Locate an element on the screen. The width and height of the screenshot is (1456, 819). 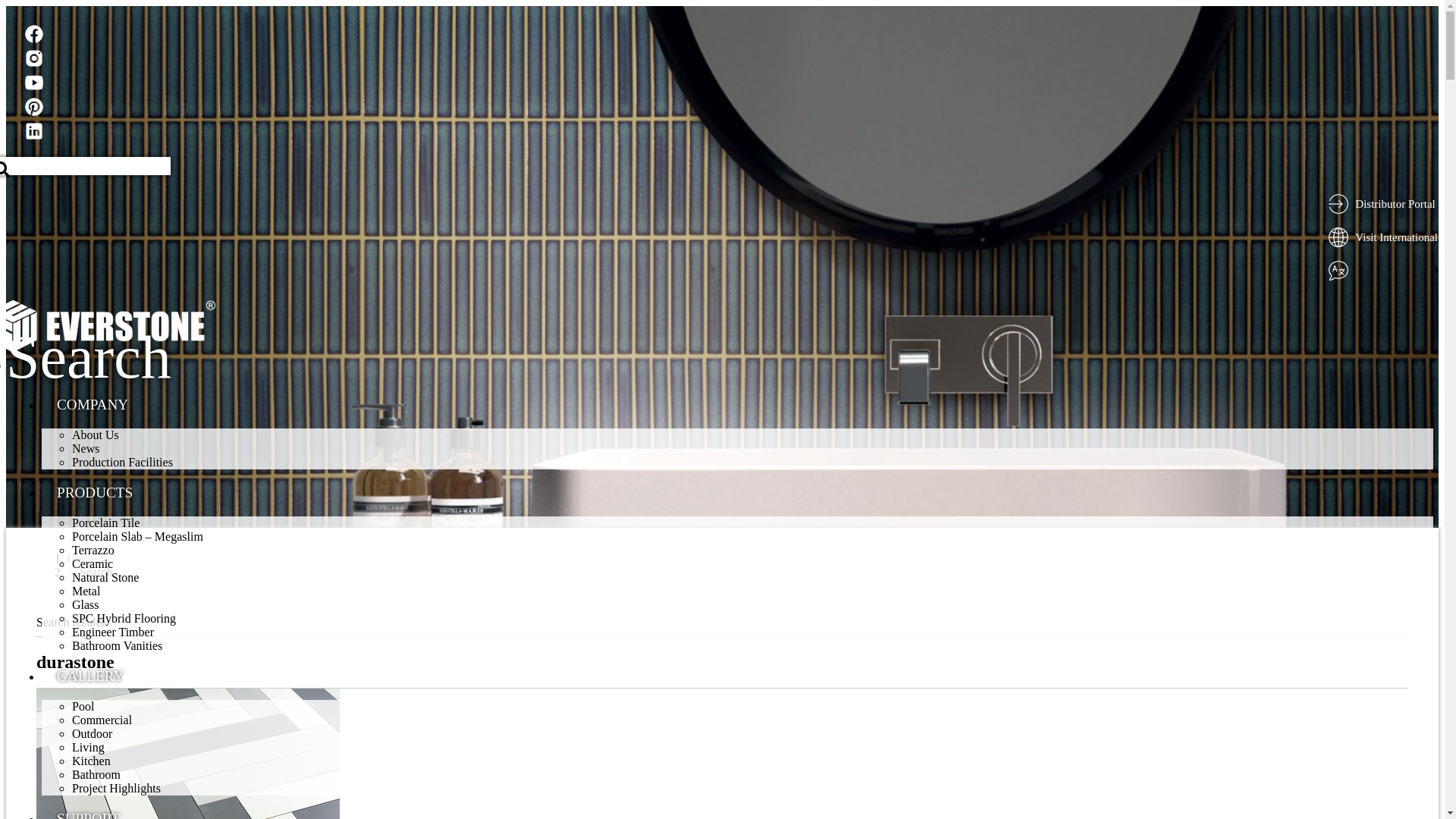
'Ceramic' is located at coordinates (91, 563).